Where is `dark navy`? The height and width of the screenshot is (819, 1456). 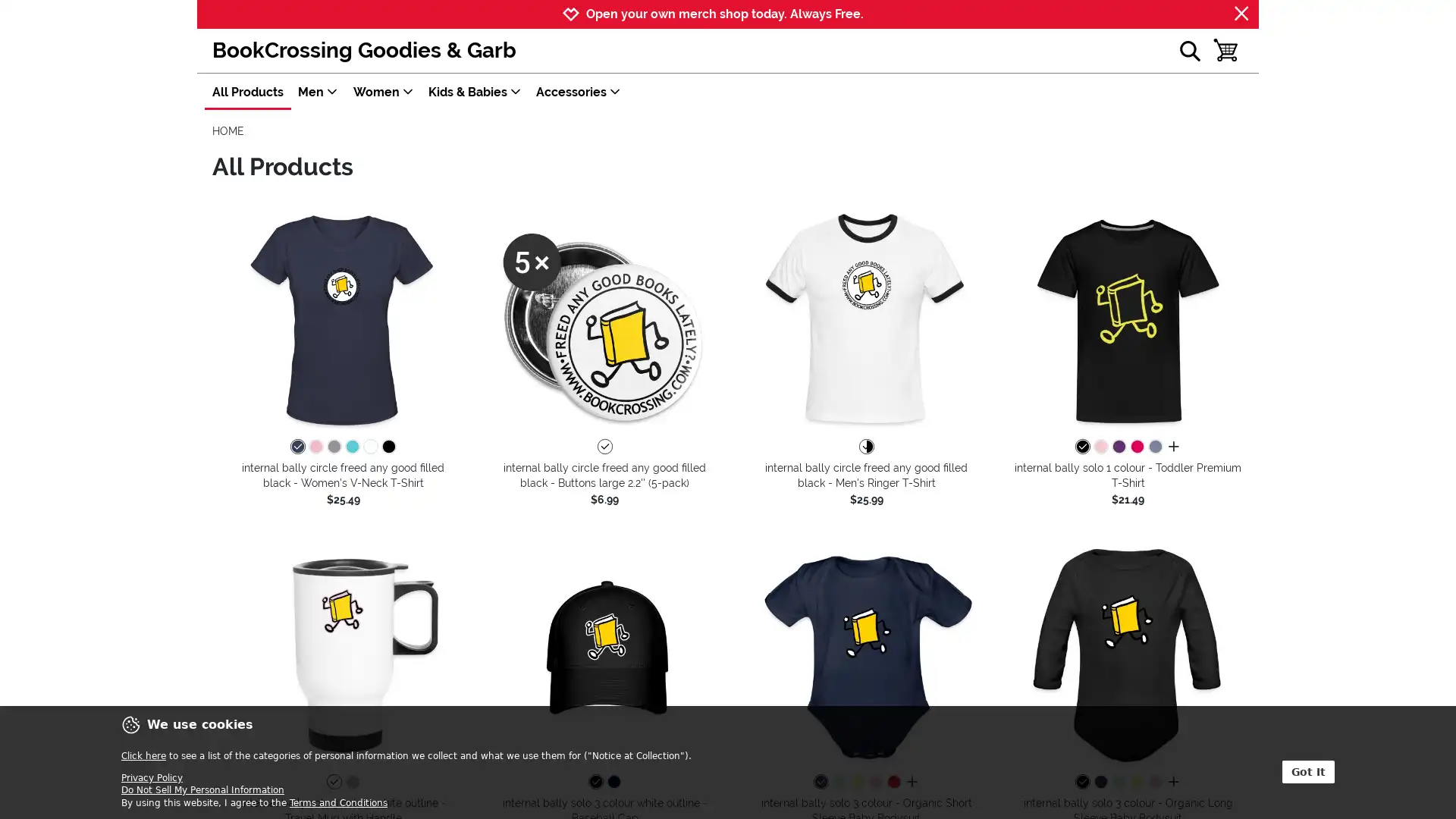 dark navy is located at coordinates (819, 783).